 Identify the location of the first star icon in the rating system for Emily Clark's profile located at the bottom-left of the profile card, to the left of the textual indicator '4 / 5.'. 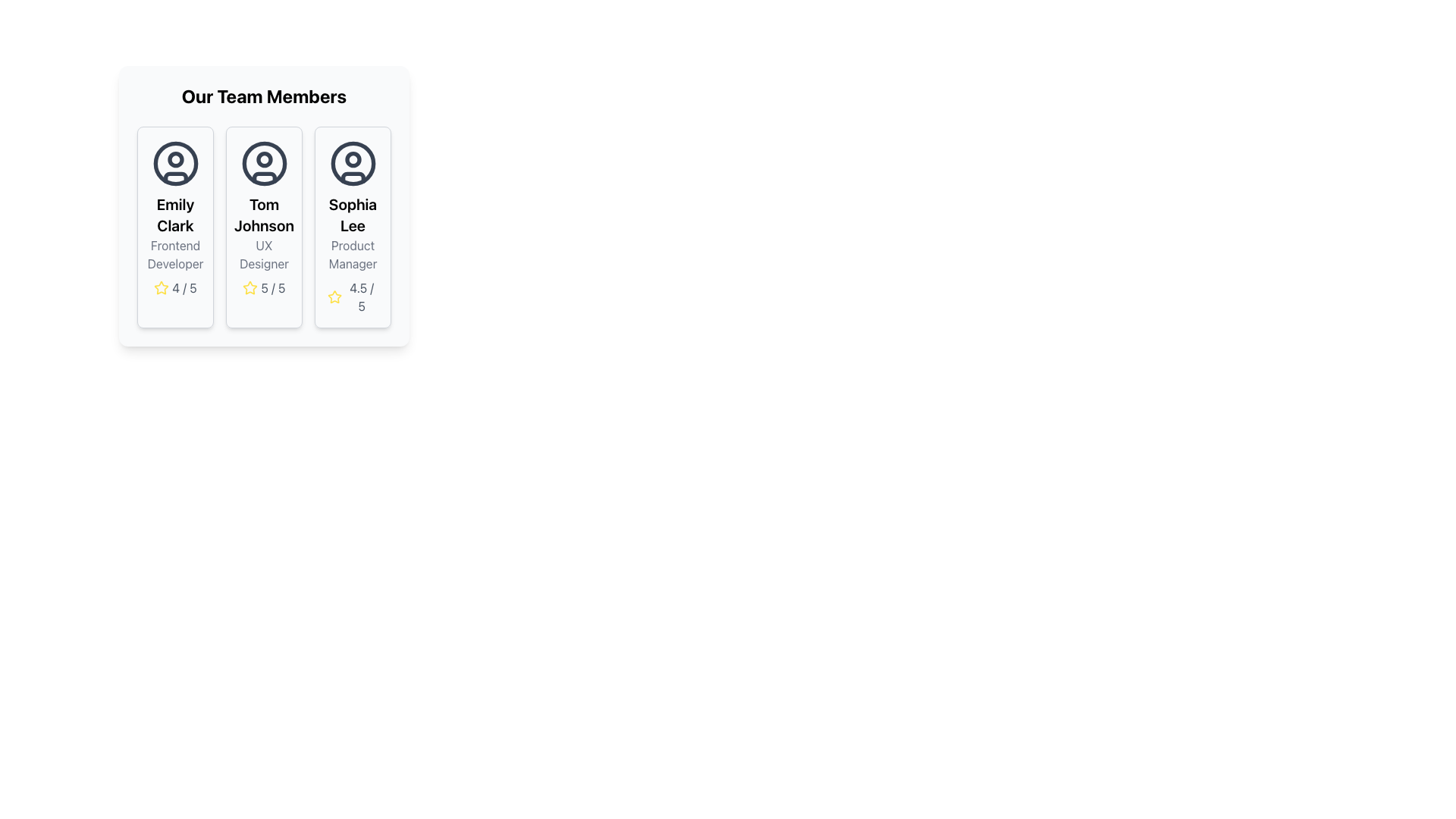
(162, 288).